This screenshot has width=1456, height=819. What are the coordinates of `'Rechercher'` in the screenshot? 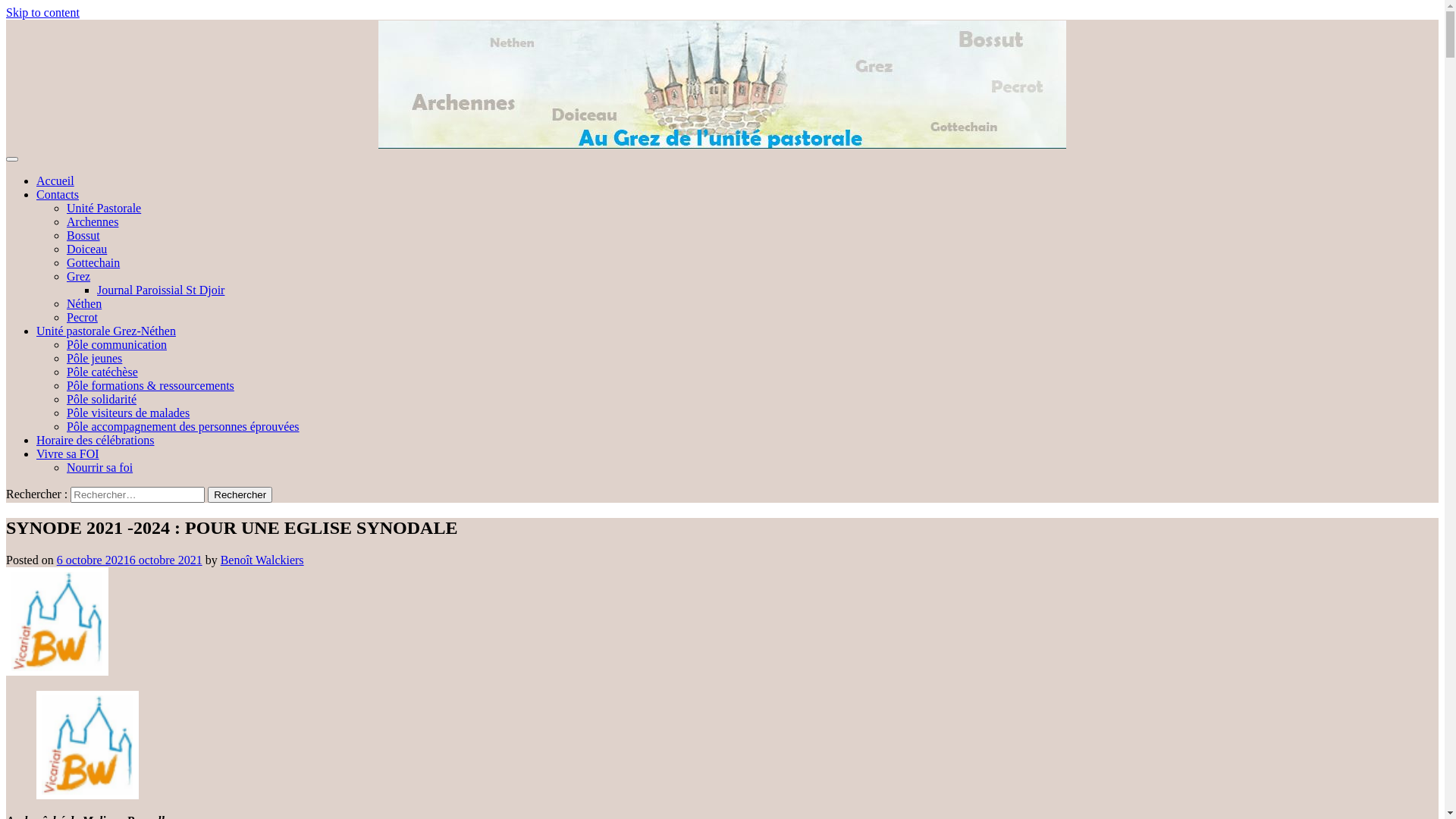 It's located at (239, 494).